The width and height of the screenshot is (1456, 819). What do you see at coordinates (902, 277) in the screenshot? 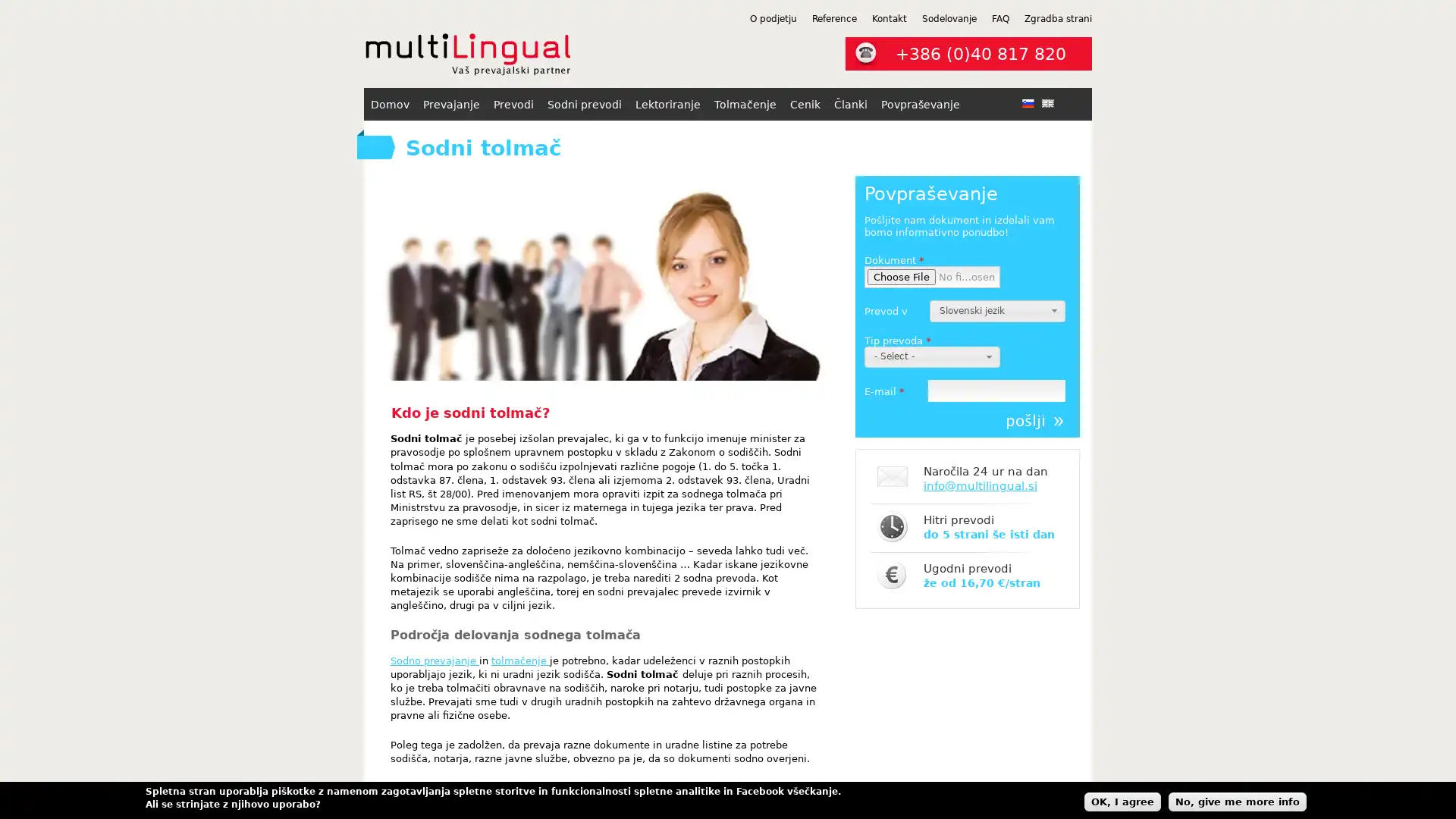
I see `Choose File` at bounding box center [902, 277].